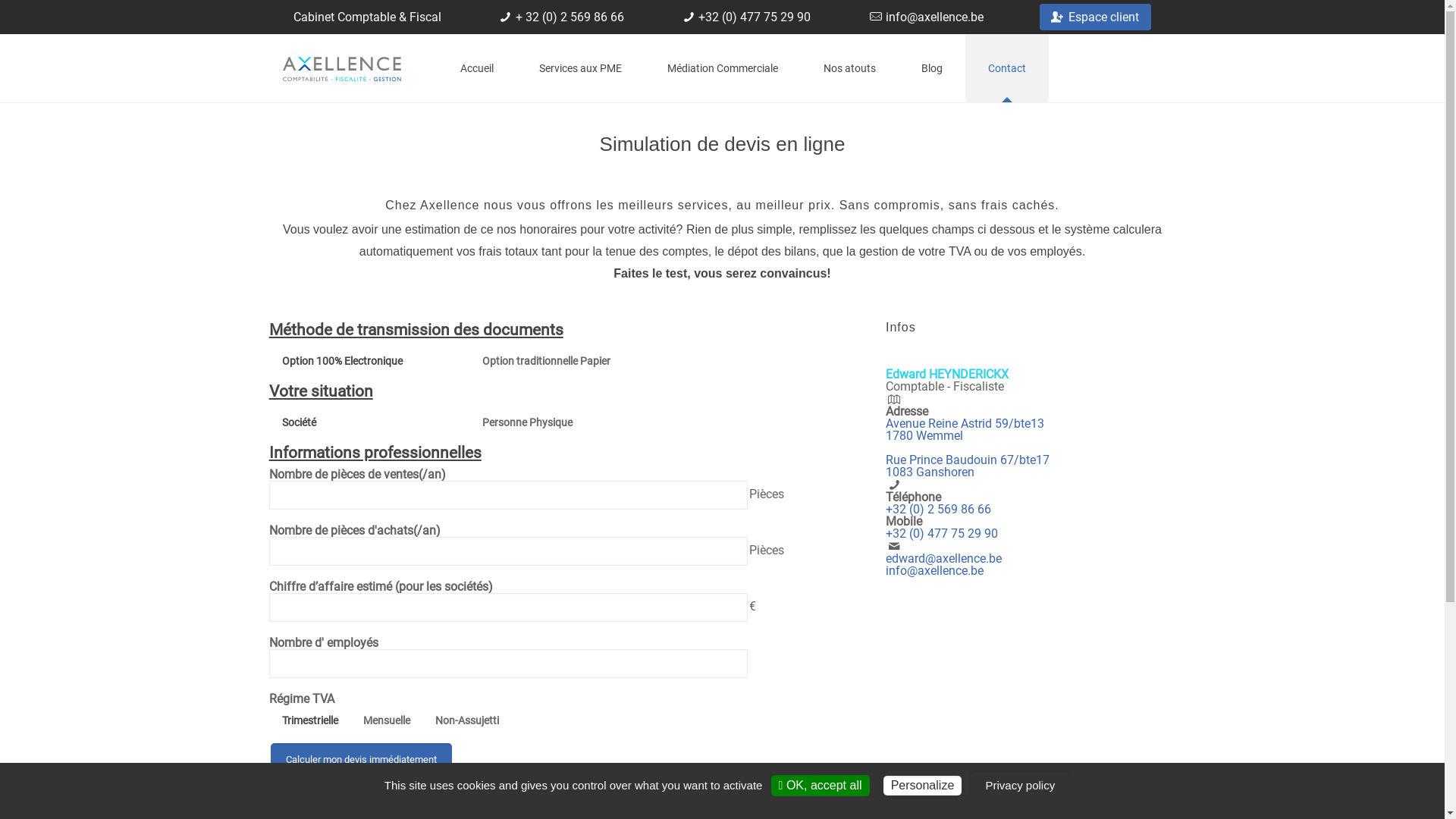 This screenshot has width=1456, height=819. What do you see at coordinates (754, 17) in the screenshot?
I see `'+32 (0) 477 75 29 90'` at bounding box center [754, 17].